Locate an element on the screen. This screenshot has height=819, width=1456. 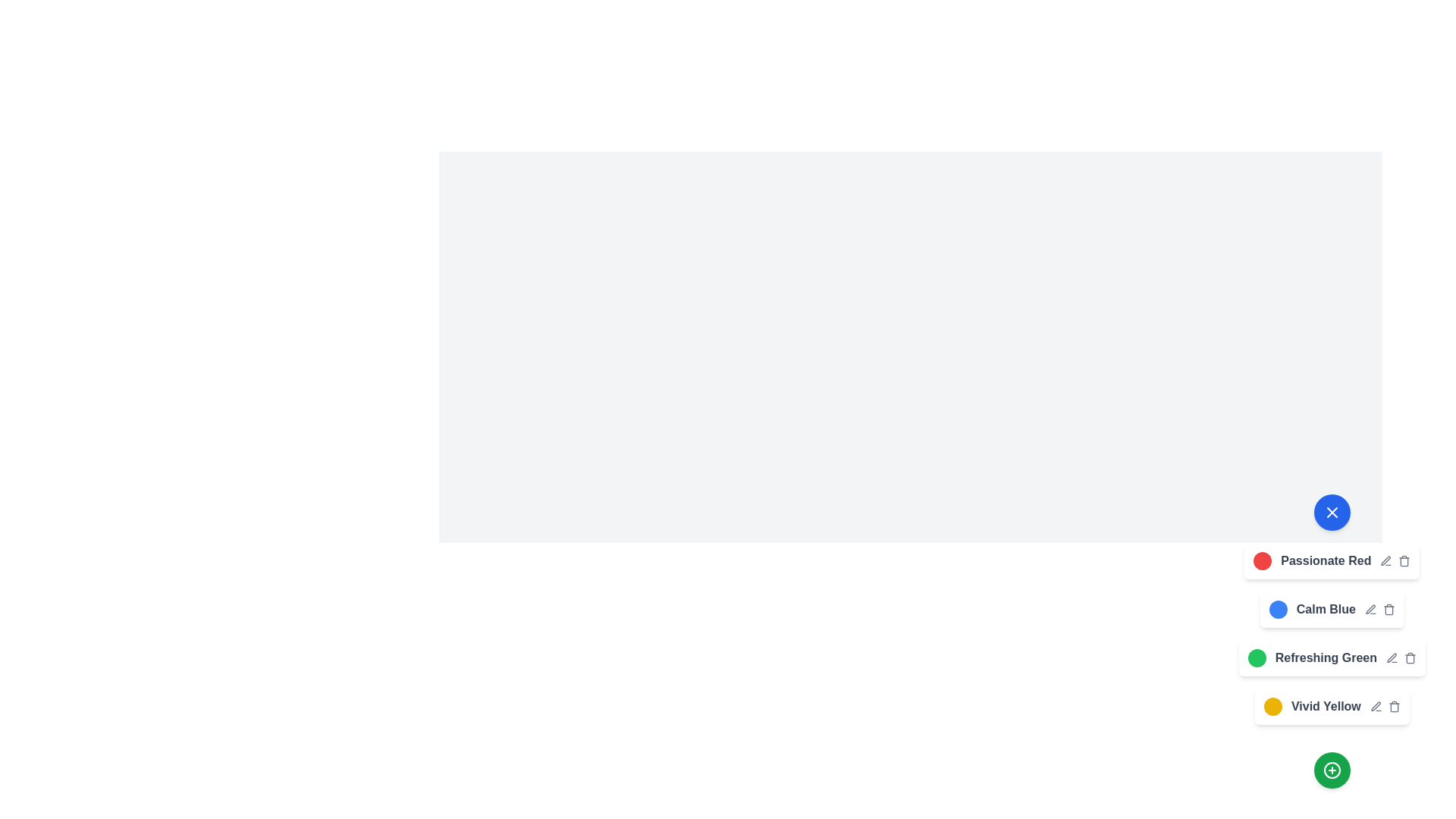
the trash icon to delete the color theme Calm Blue is located at coordinates (1389, 608).